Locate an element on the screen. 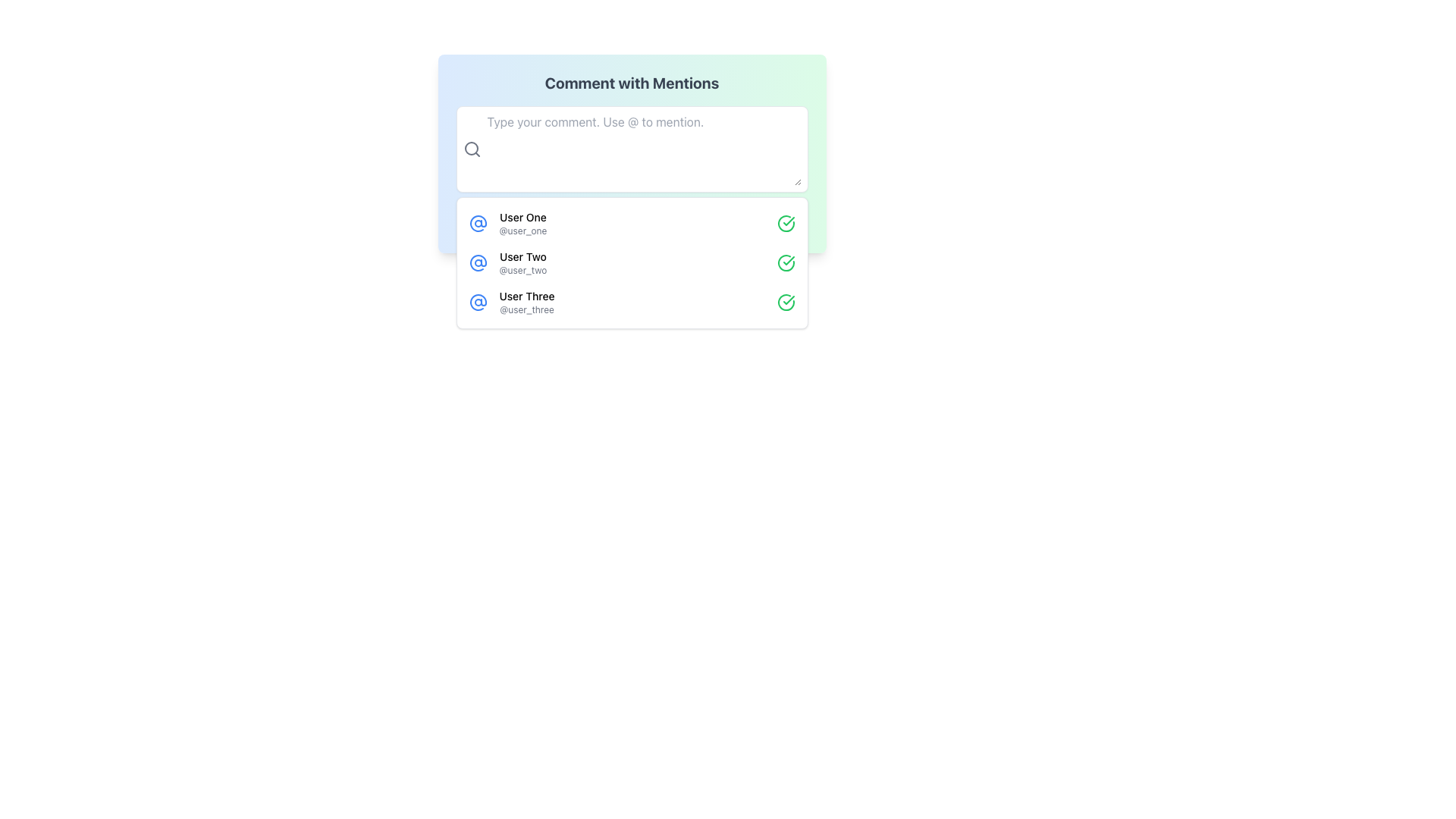 The width and height of the screenshot is (1456, 819). the first item in the dropdown list representing 'User One' is located at coordinates (632, 223).